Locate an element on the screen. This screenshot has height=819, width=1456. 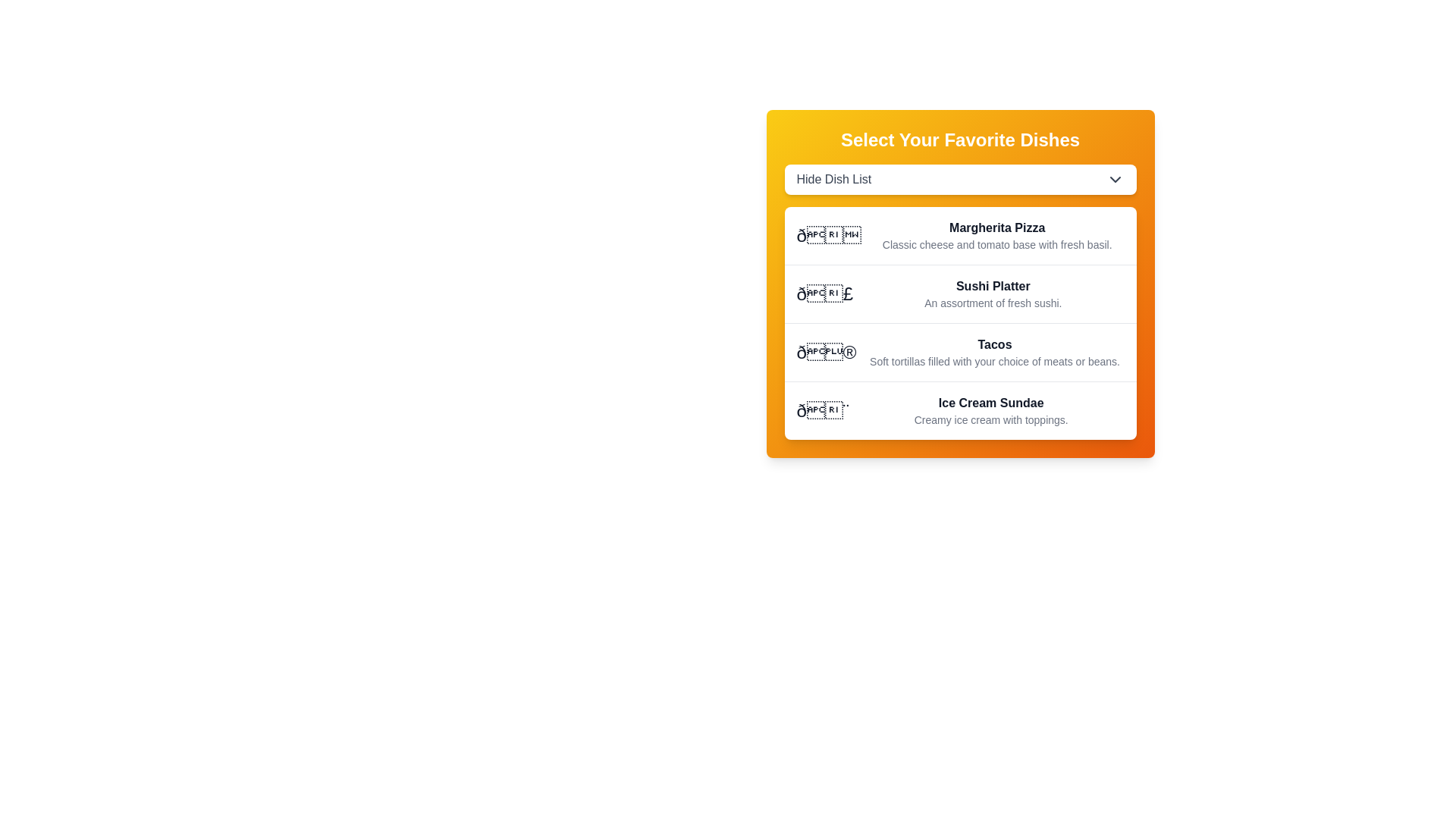
the text label that displays the name of a menu item, which is the first bolded title element located beneath 'Select Your Favorite Dishes' is located at coordinates (997, 227).